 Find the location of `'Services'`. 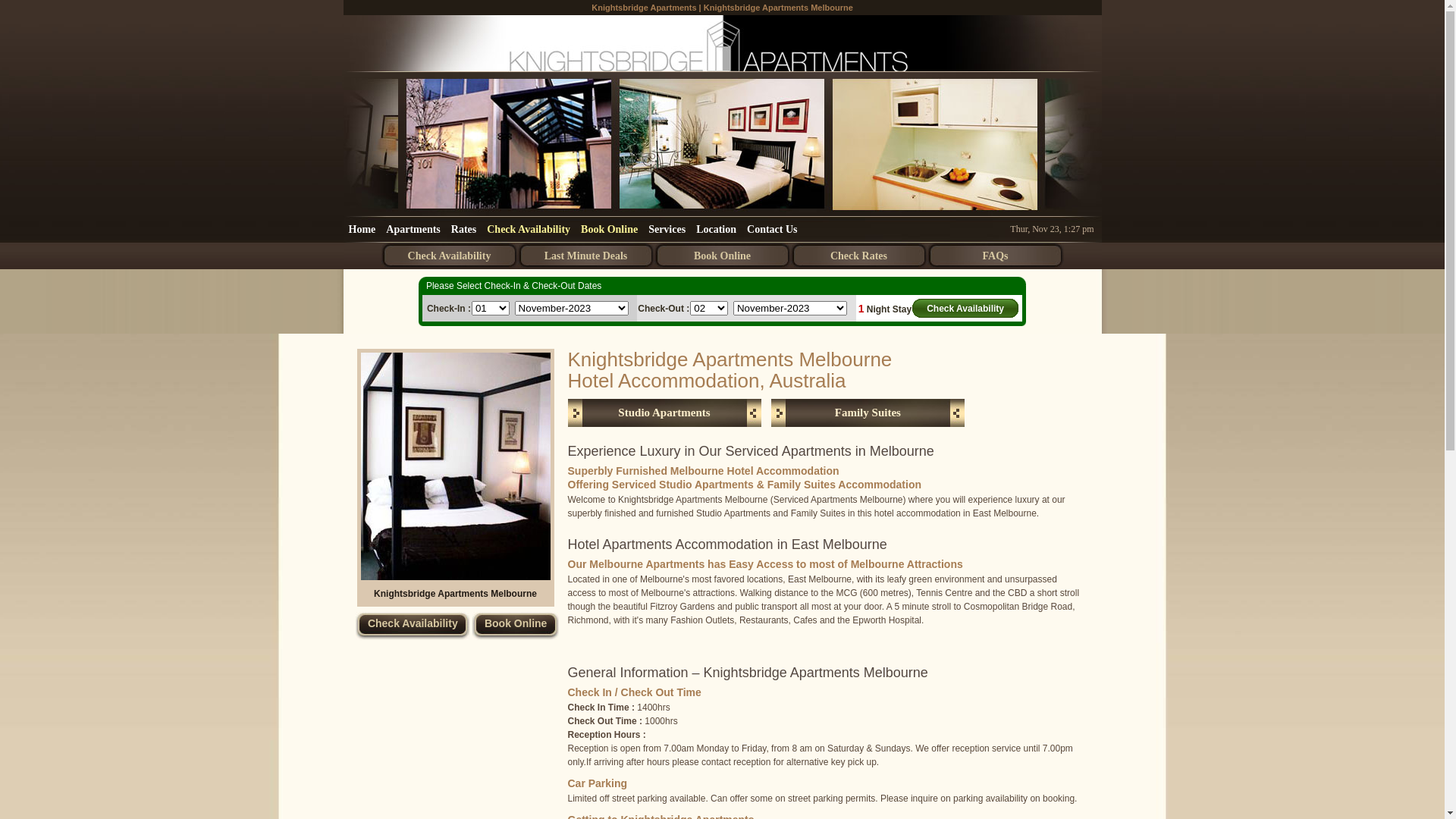

'Services' is located at coordinates (667, 229).